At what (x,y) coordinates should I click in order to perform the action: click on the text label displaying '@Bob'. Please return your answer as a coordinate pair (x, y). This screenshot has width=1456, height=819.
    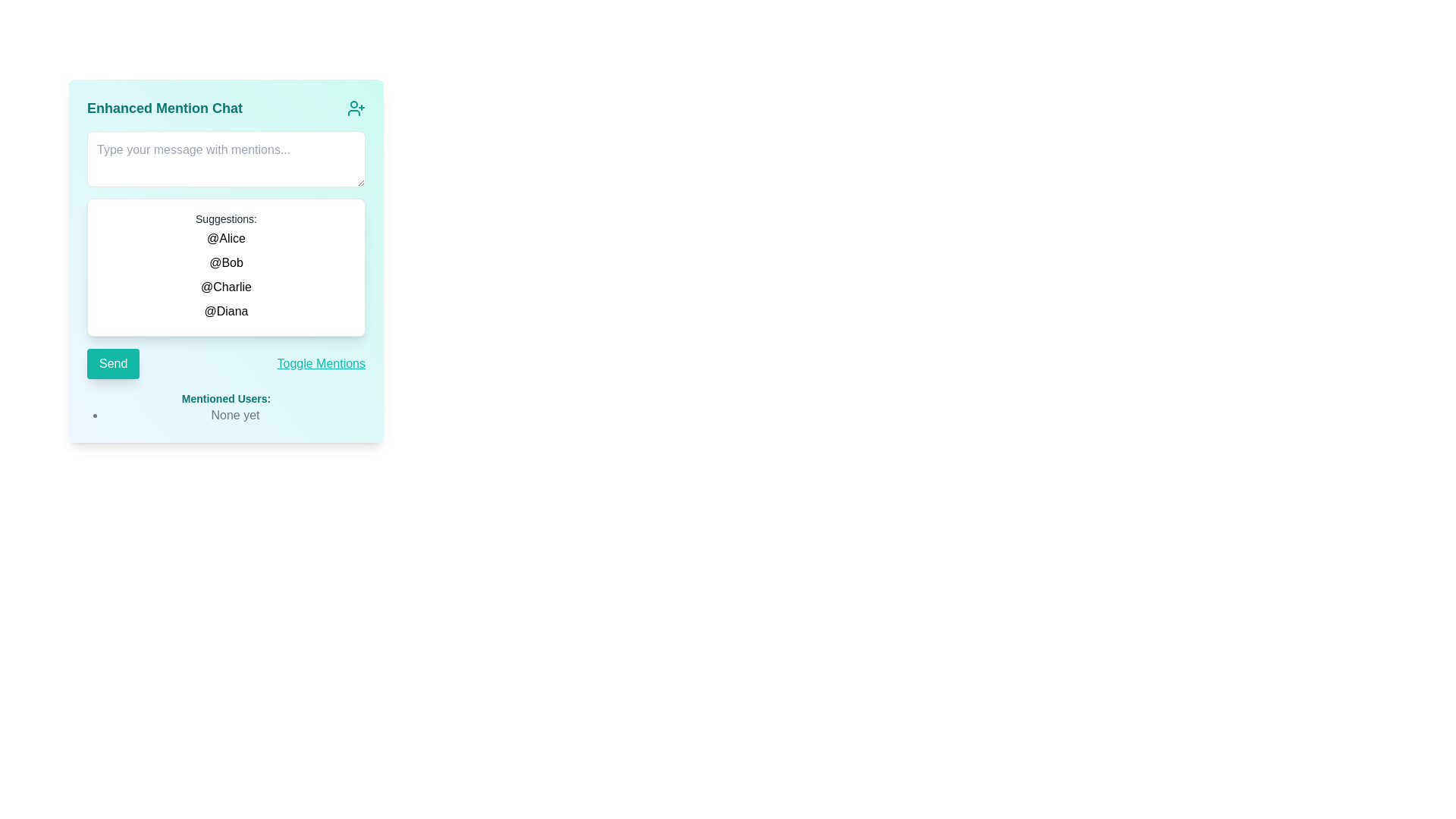
    Looking at the image, I should click on (225, 262).